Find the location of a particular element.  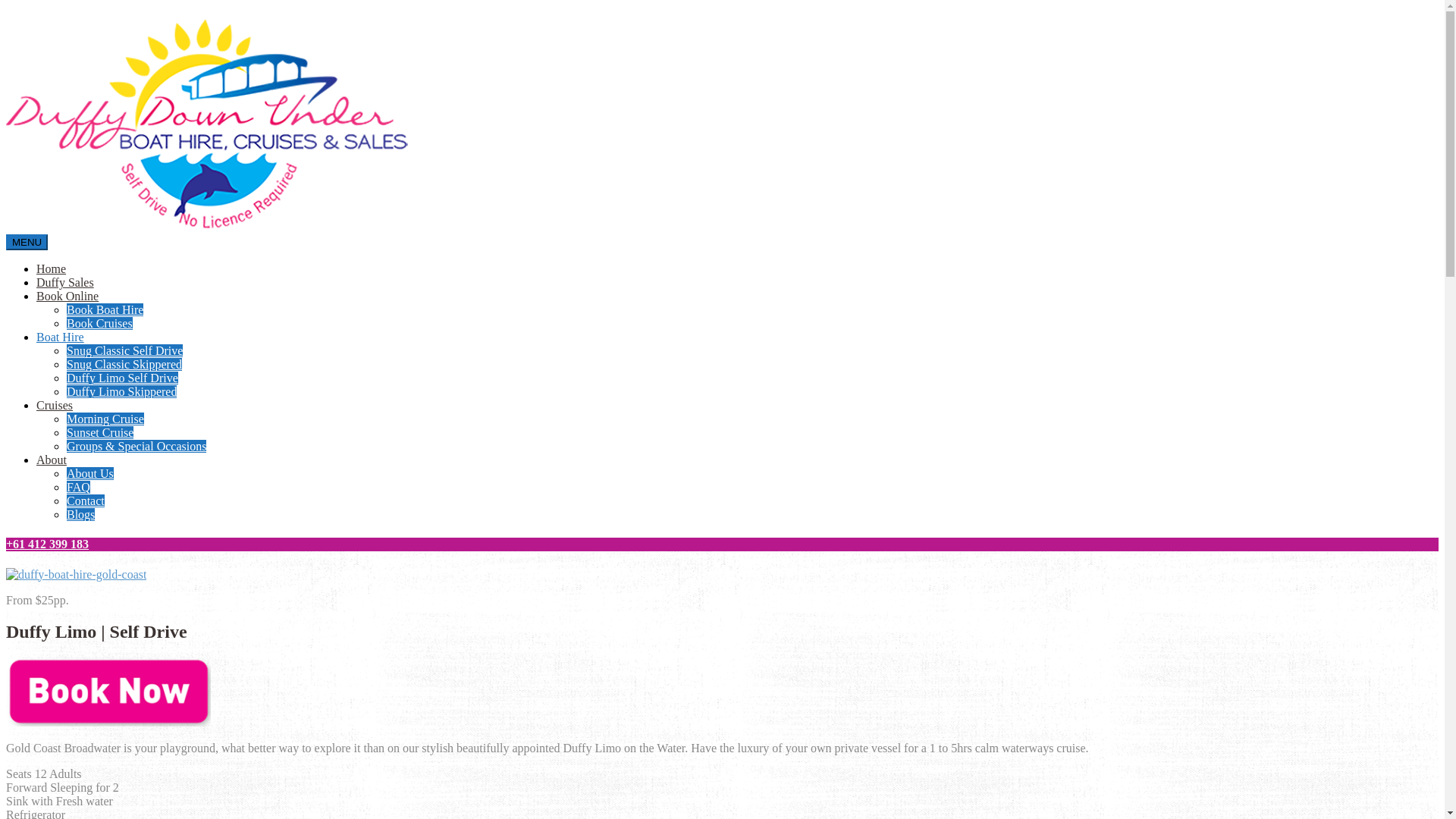

'Book Cruises' is located at coordinates (99, 322).